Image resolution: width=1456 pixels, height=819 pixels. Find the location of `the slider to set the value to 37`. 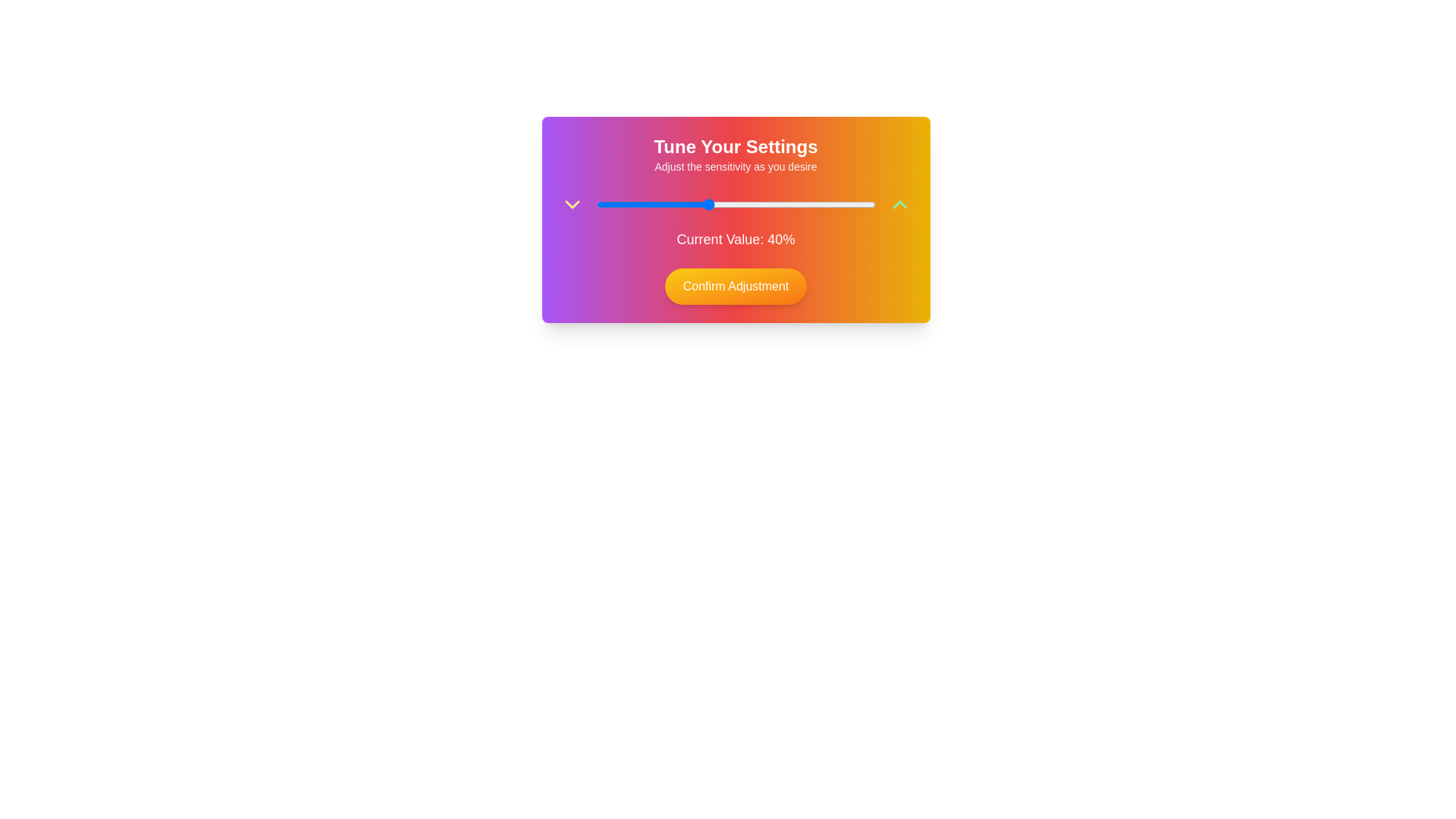

the slider to set the value to 37 is located at coordinates (698, 205).